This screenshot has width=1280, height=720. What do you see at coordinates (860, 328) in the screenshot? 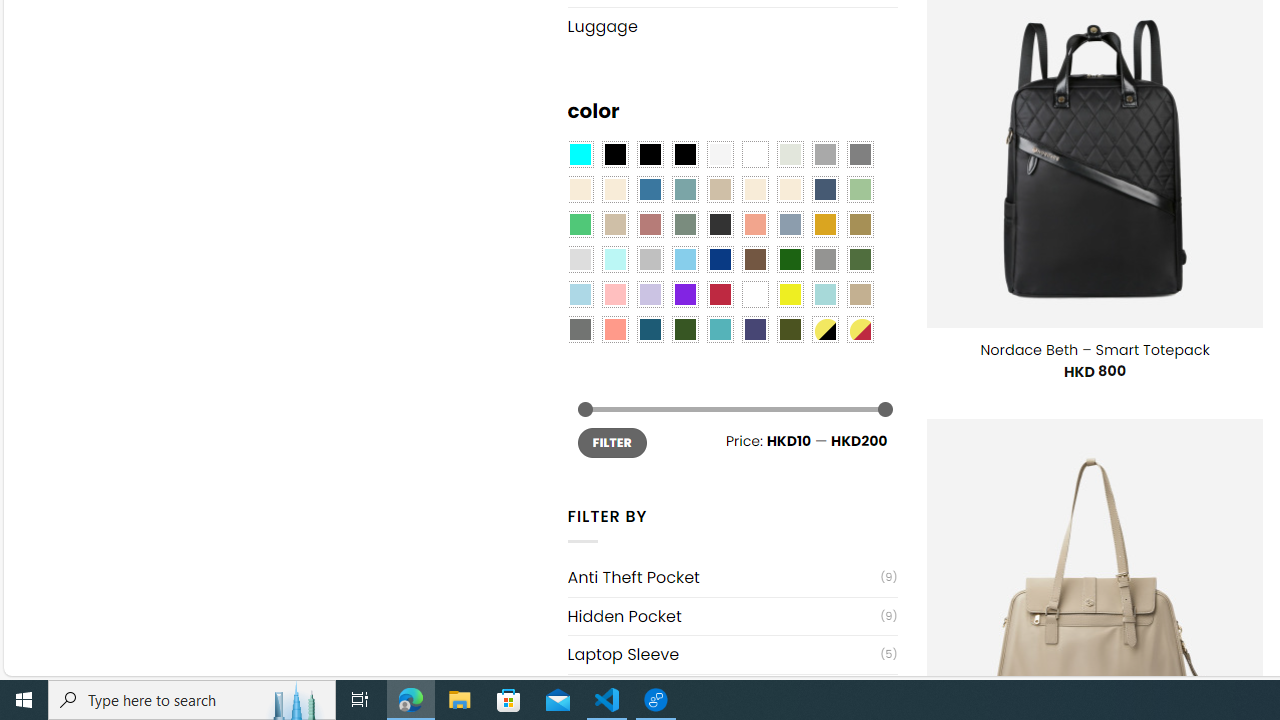
I see `'Yellow-Red'` at bounding box center [860, 328].